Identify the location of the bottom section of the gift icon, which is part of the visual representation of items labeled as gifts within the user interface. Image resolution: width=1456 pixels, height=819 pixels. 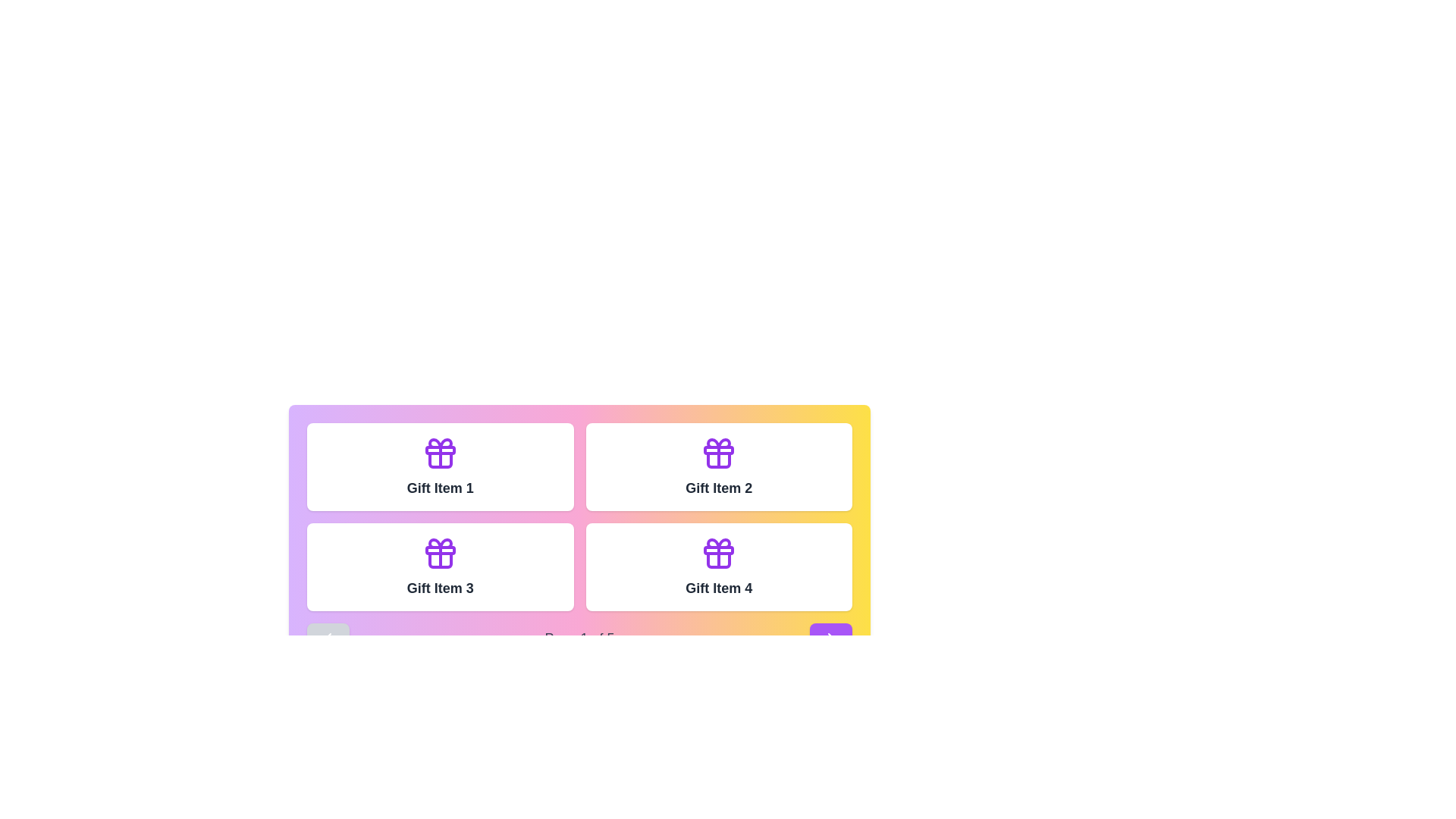
(718, 459).